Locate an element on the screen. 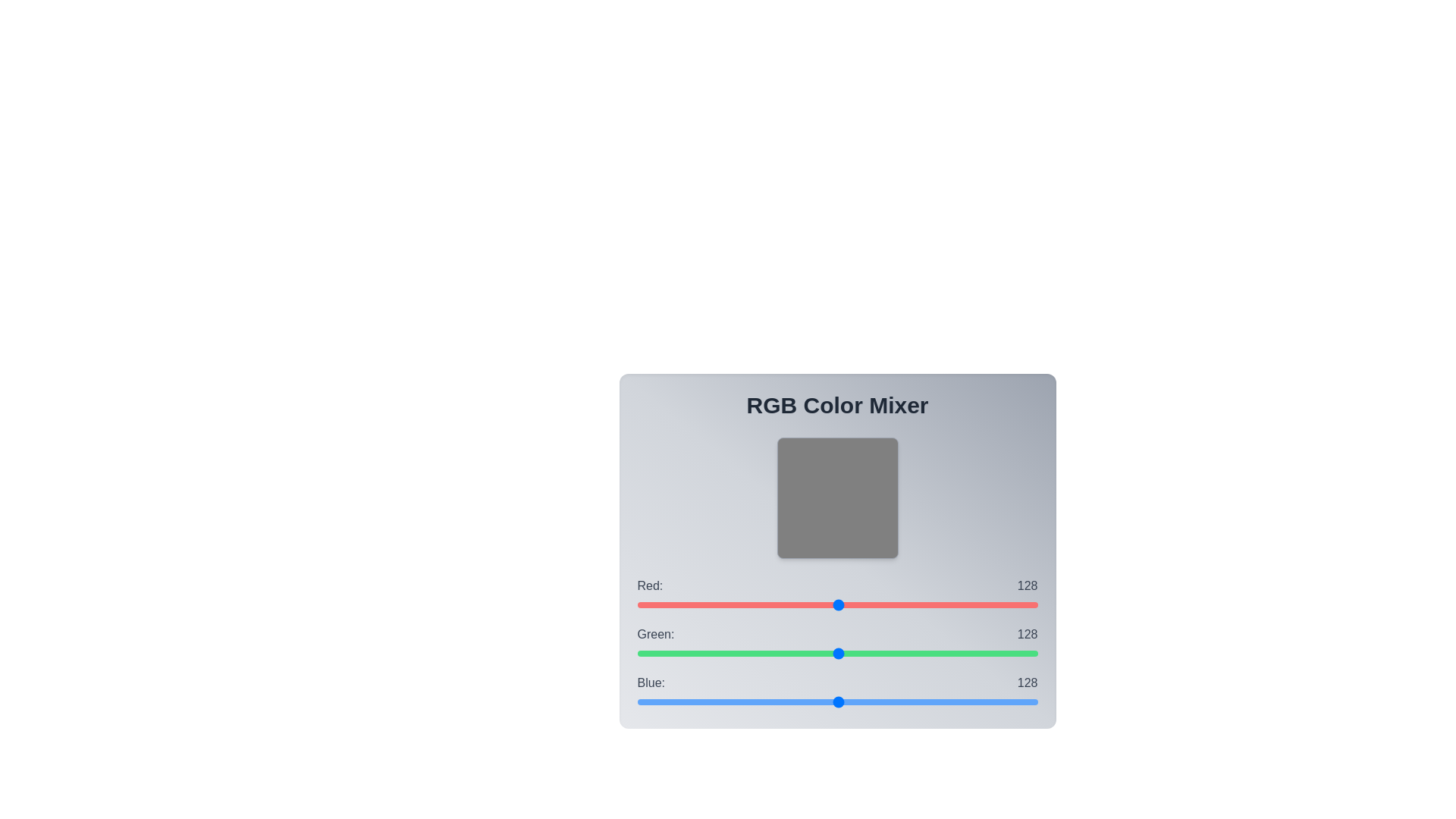 The image size is (1456, 819). the green slider to set its value to 73 is located at coordinates (752, 652).